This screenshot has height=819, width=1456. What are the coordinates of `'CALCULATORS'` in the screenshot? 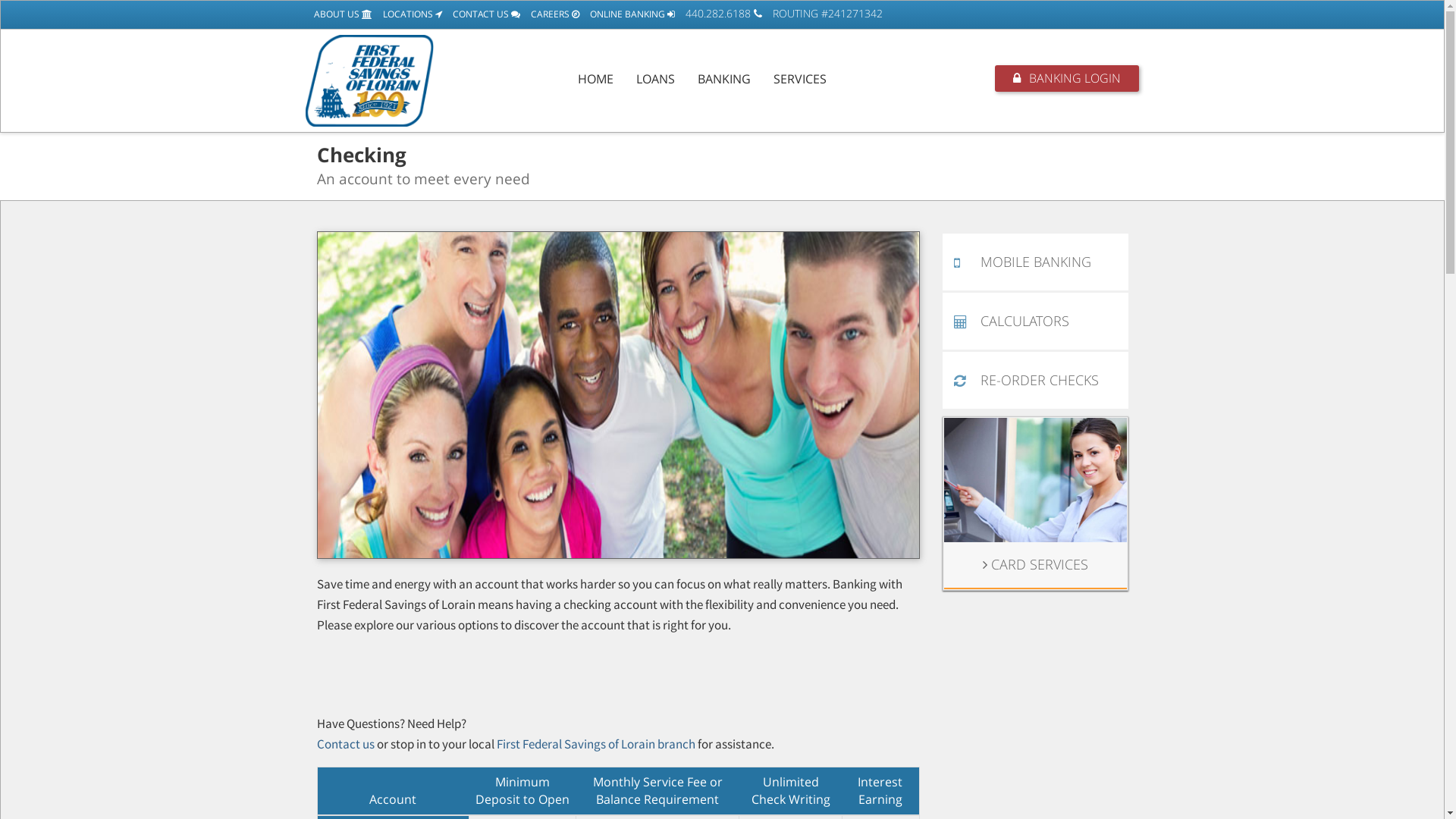 It's located at (1034, 320).